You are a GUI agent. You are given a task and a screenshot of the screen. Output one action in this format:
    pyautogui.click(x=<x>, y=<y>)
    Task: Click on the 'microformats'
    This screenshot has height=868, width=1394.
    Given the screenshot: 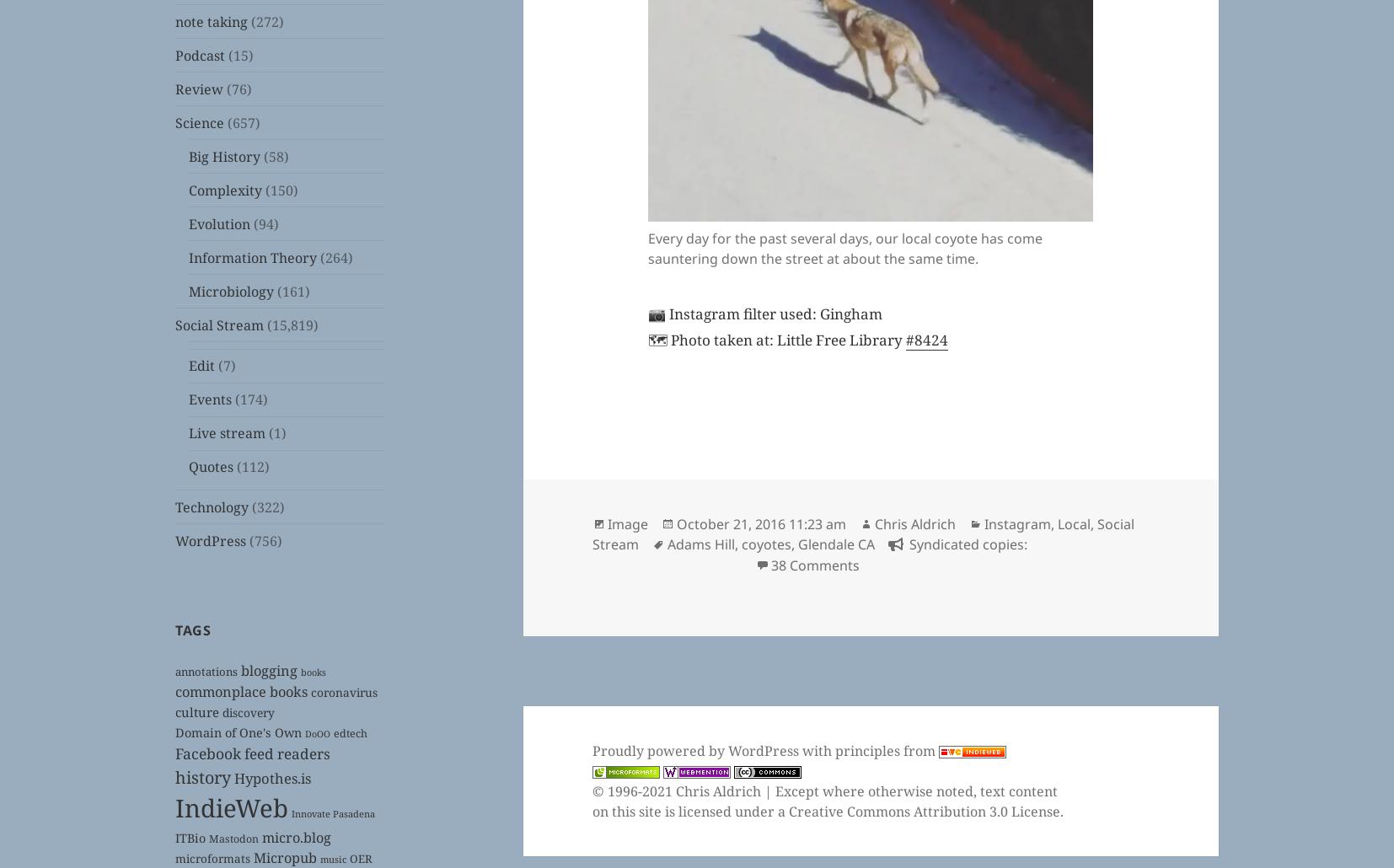 What is the action you would take?
    pyautogui.click(x=212, y=856)
    